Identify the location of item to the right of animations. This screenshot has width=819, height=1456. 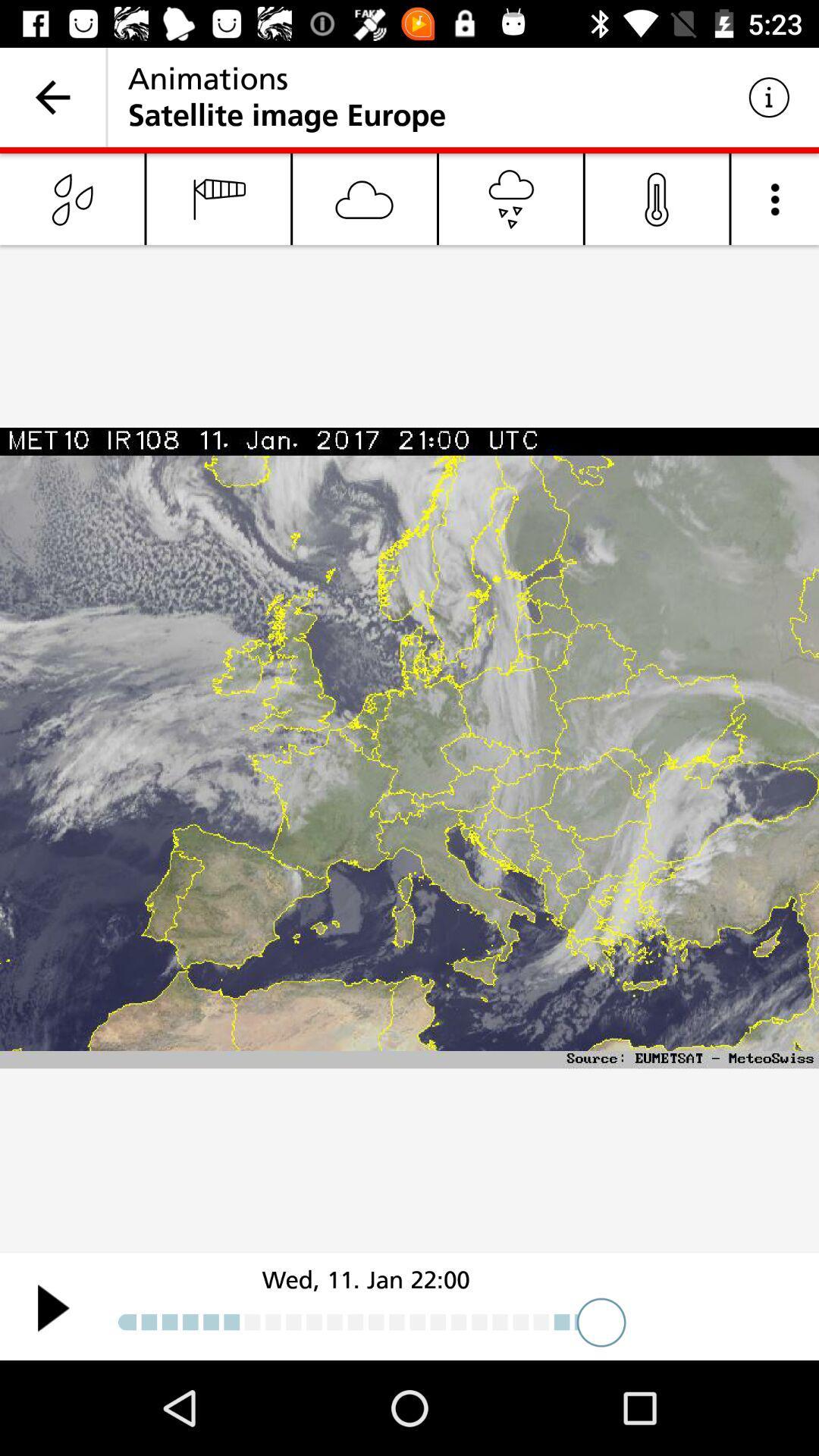
(769, 96).